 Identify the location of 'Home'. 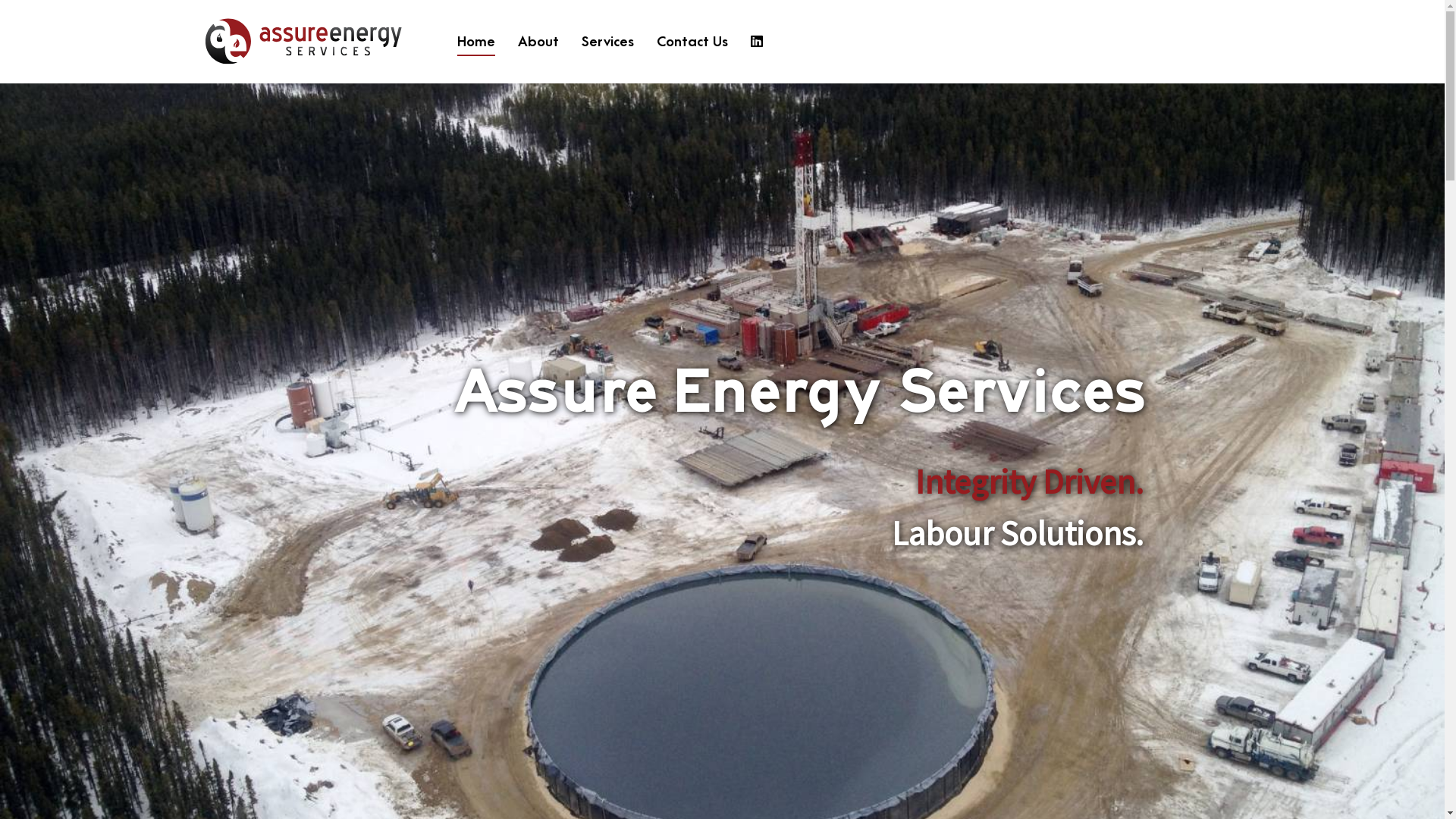
(475, 41).